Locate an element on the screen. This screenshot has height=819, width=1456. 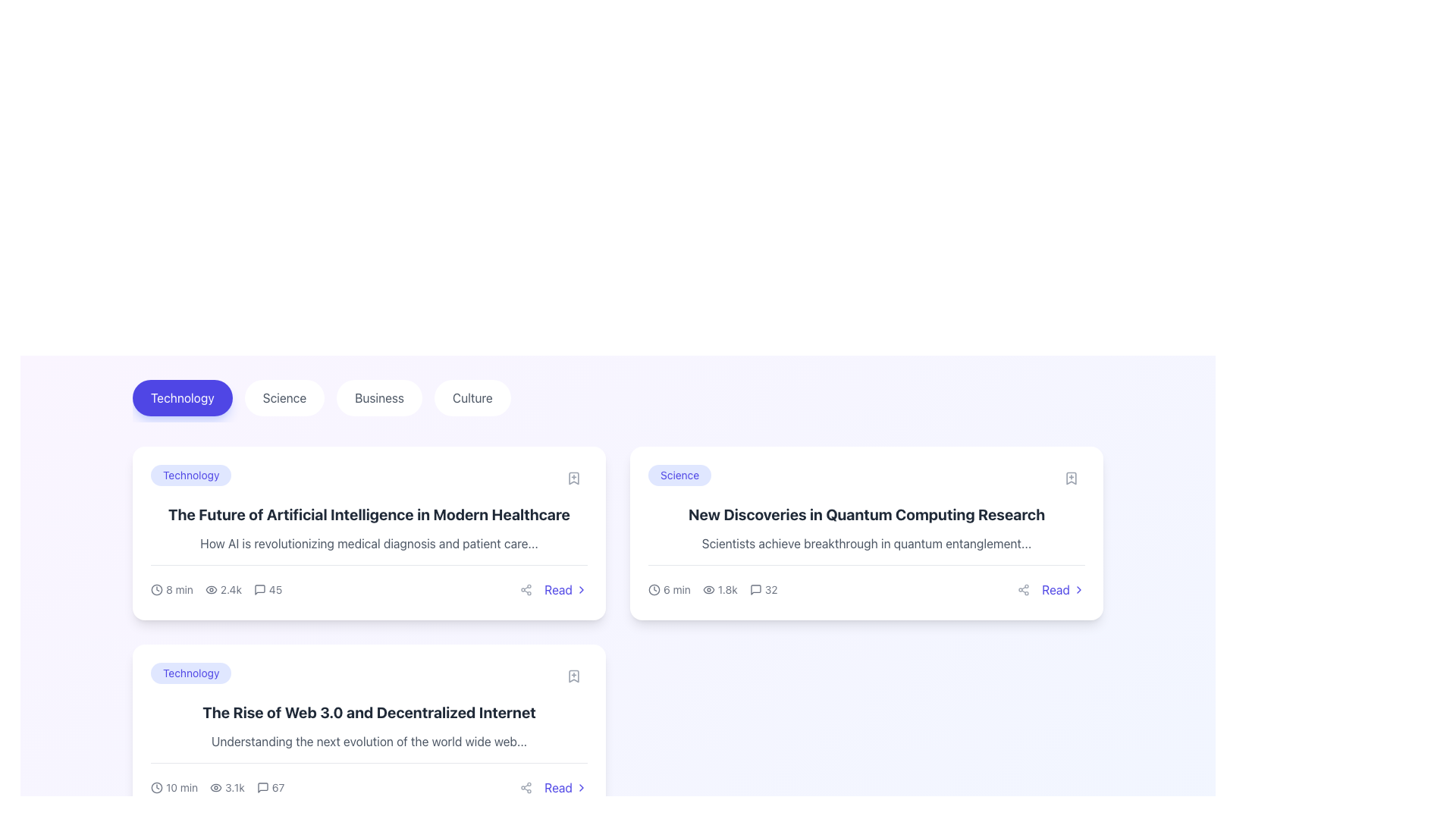
the speech bubble icon located in the lower-left region of the article summary block to initiate related actions is located at coordinates (259, 589).